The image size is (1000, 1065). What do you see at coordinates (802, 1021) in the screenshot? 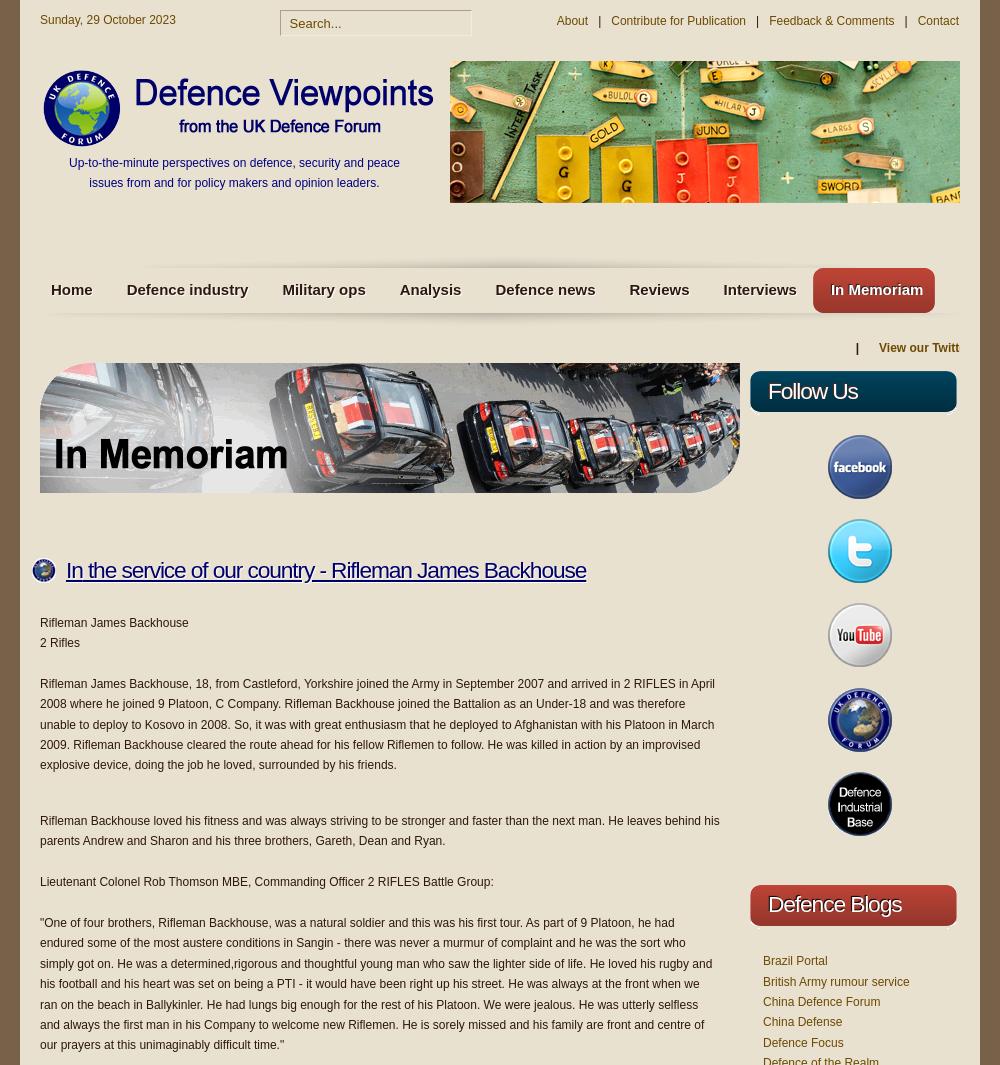
I see `'China Defense'` at bounding box center [802, 1021].